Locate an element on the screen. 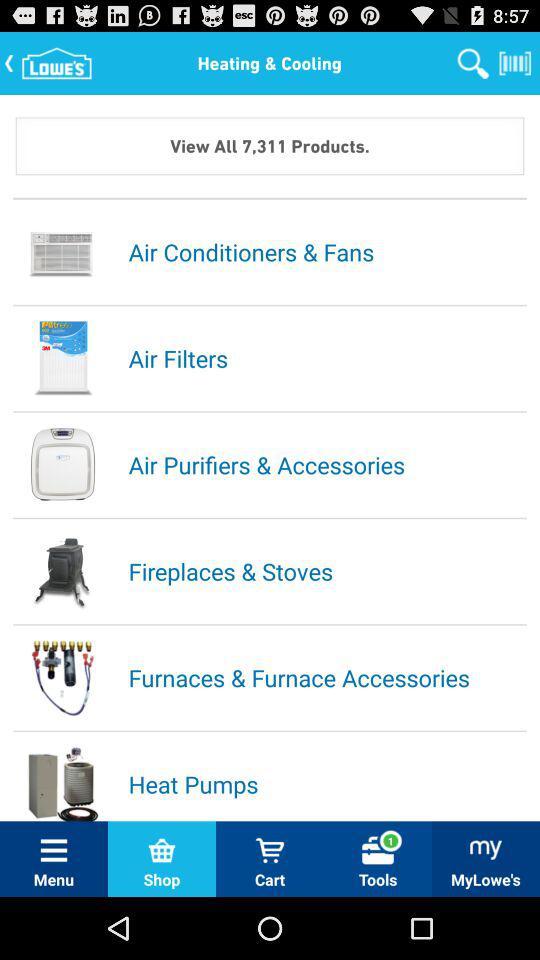 Image resolution: width=540 pixels, height=960 pixels. item above the fireplaces & stoves app is located at coordinates (326, 464).